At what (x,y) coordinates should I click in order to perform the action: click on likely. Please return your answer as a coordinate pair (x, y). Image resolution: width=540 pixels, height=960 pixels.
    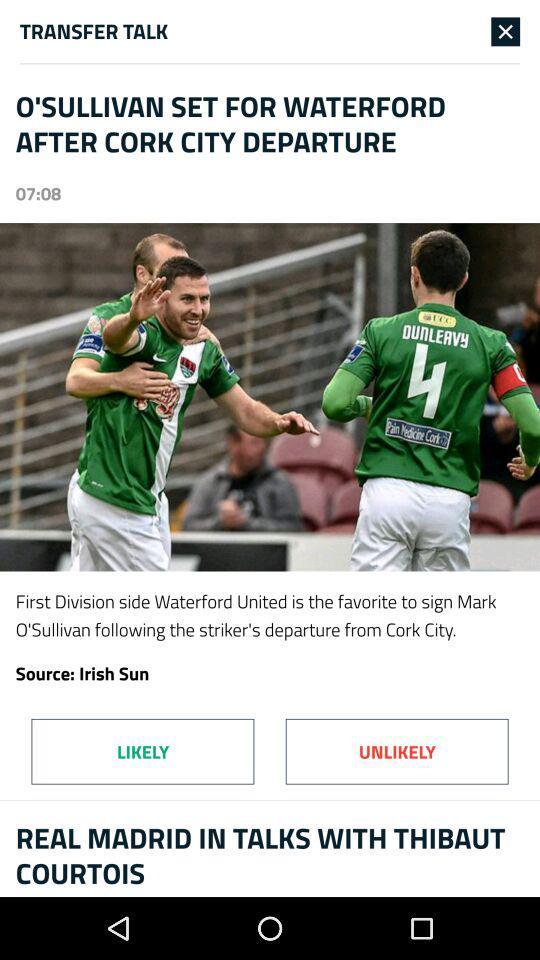
    Looking at the image, I should click on (141, 750).